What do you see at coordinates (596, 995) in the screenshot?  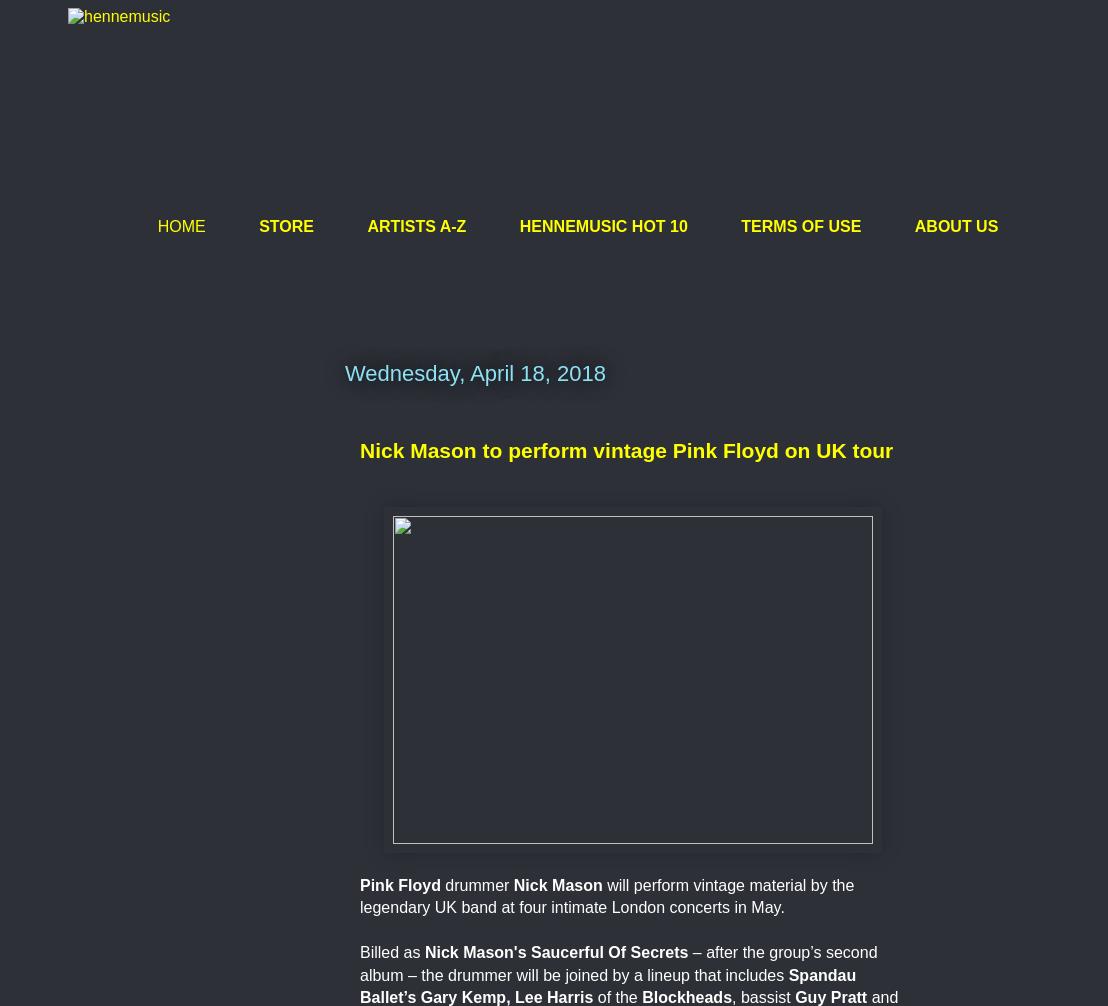 I see `'of the'` at bounding box center [596, 995].